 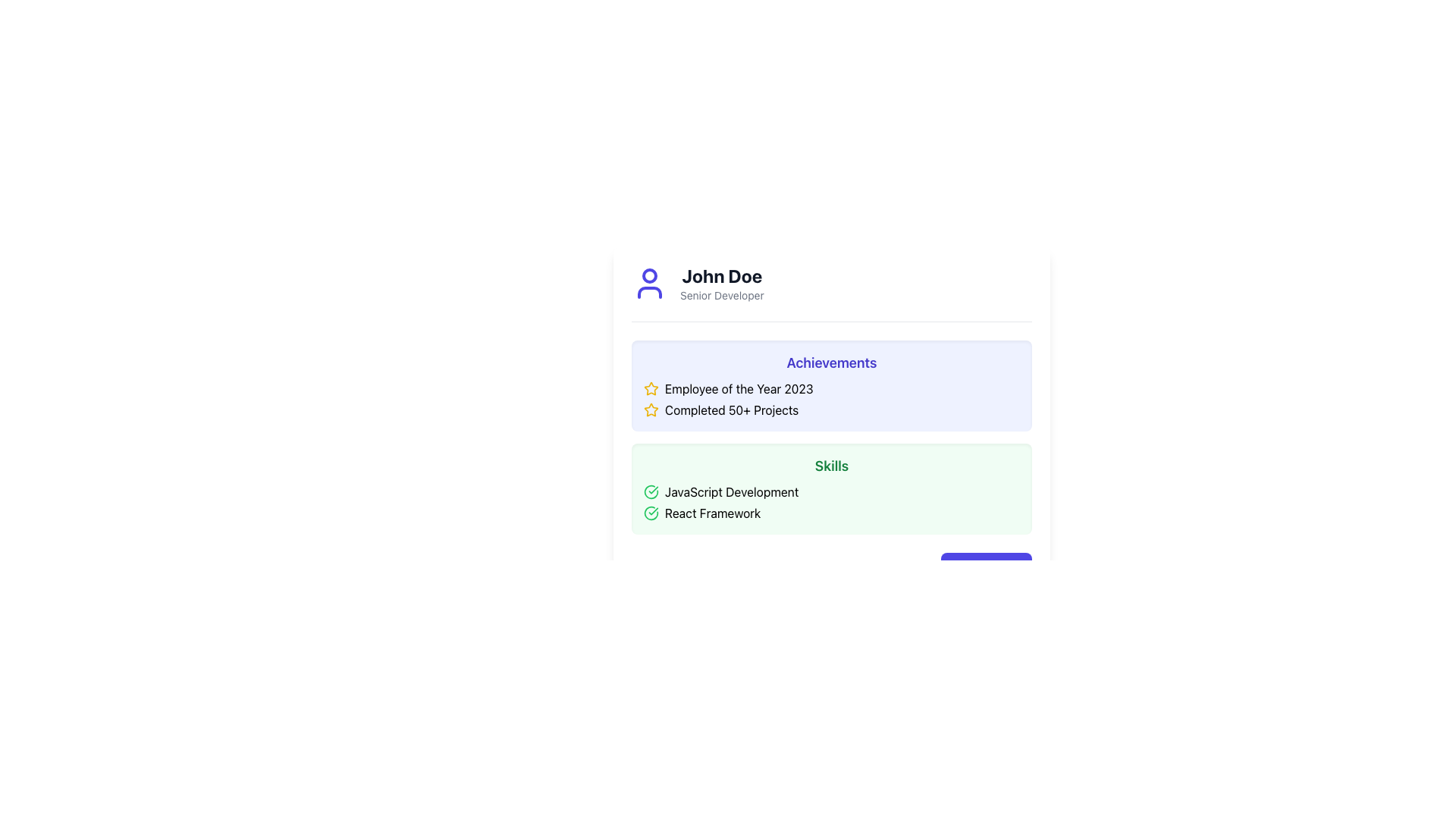 What do you see at coordinates (960, 567) in the screenshot?
I see `the cogwheel icon representing settings, located within the blue button labeled 'Settings' near the bottom-right of the interface` at bounding box center [960, 567].